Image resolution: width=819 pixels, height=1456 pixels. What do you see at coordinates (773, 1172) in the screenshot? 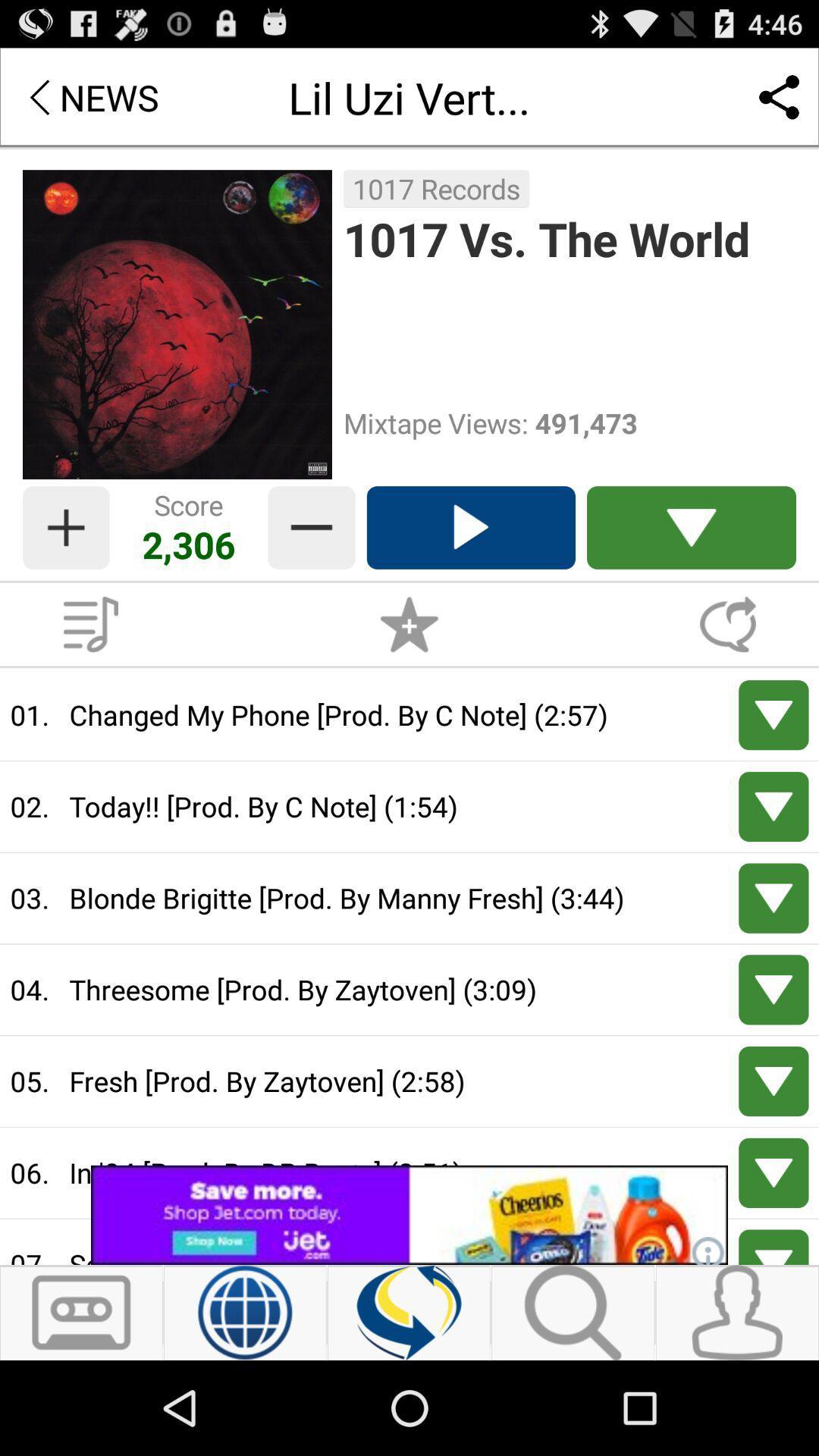
I see `song` at bounding box center [773, 1172].